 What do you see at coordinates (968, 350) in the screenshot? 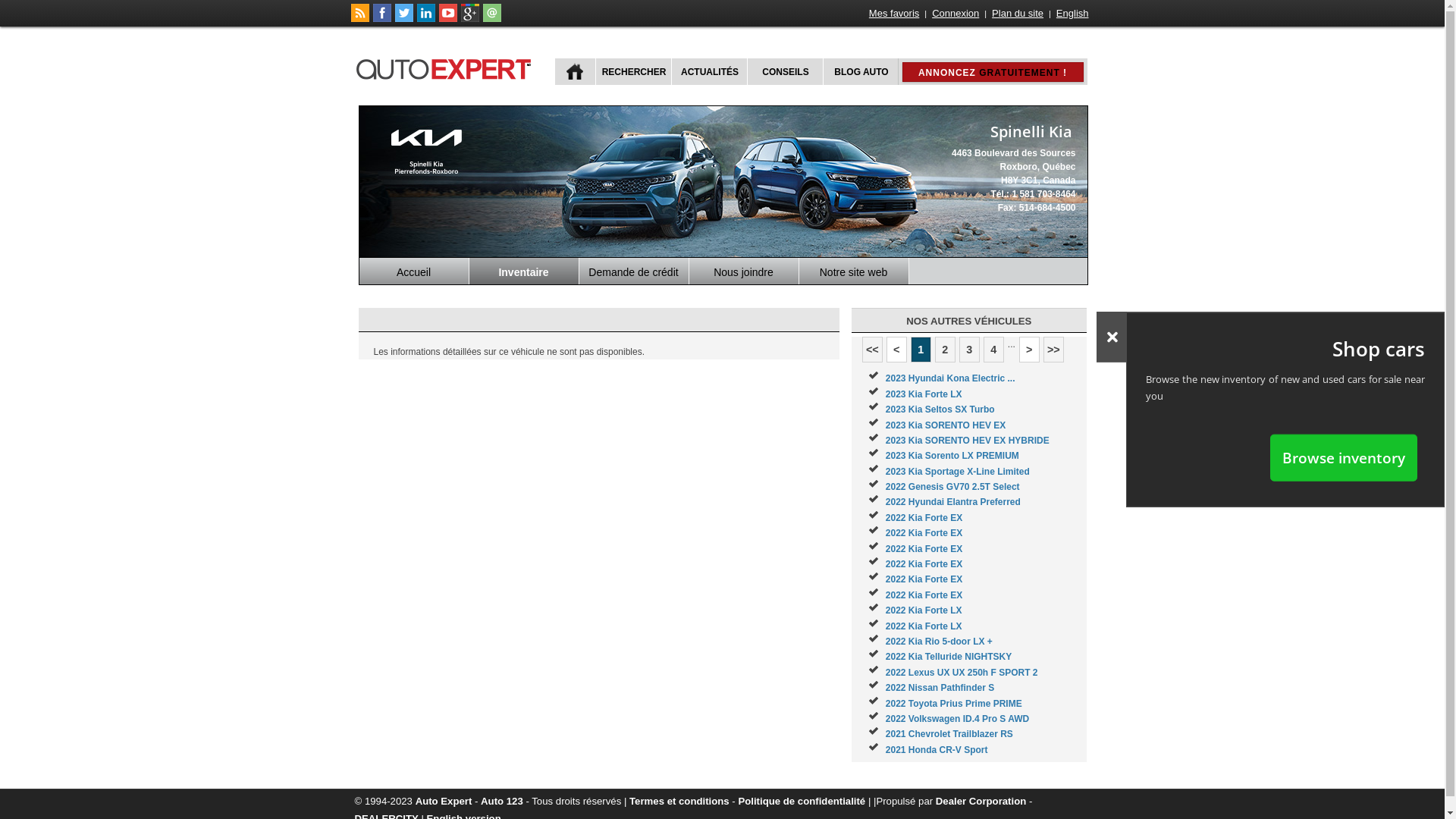
I see `'3'` at bounding box center [968, 350].